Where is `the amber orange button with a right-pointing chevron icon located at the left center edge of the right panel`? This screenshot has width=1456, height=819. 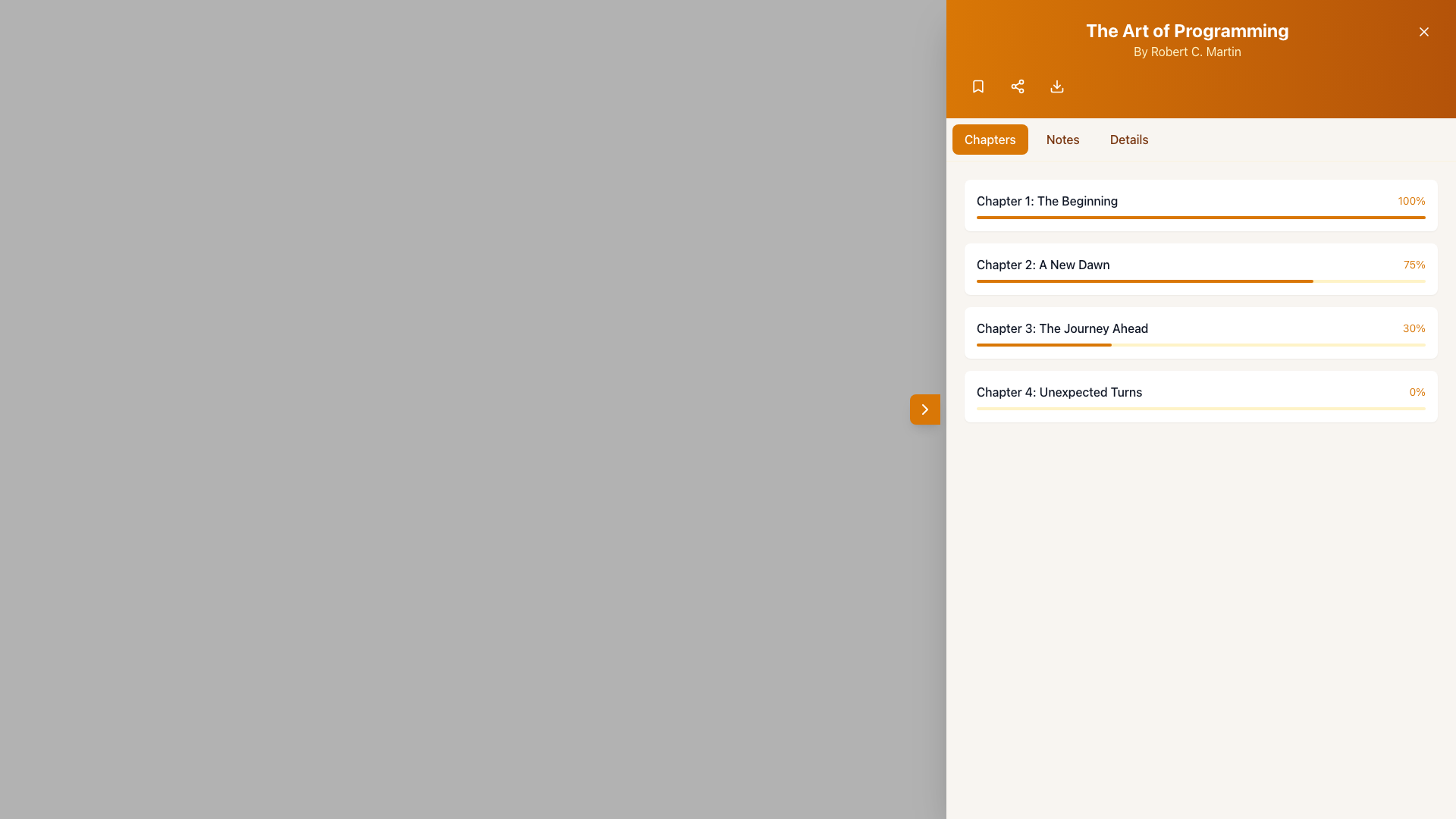
the amber orange button with a right-pointing chevron icon located at the left center edge of the right panel is located at coordinates (924, 409).